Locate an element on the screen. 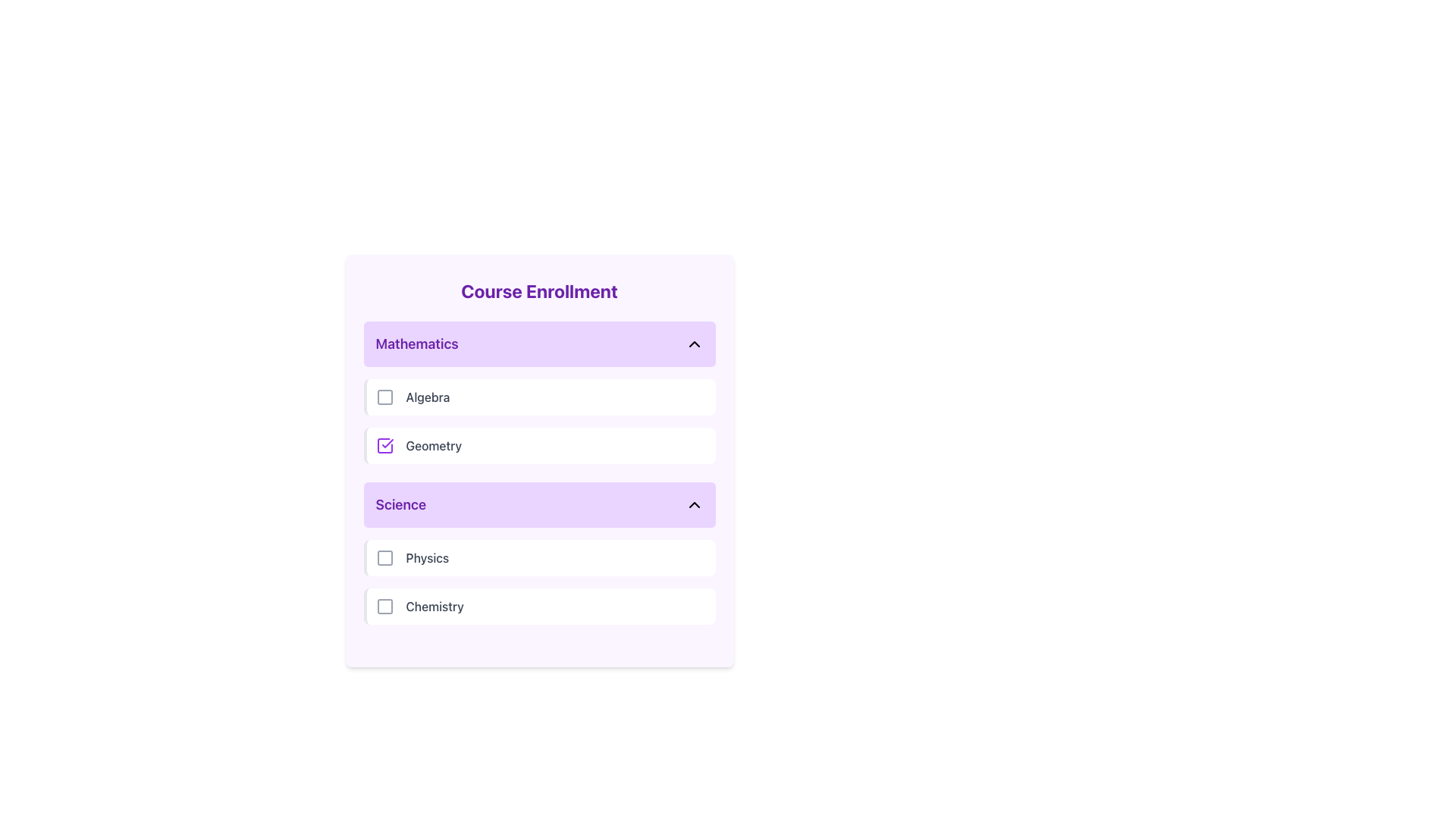  the checkbox list item for the course 'Chemistry' located under the 'Science' section, following the 'Physics' row is located at coordinates (539, 605).